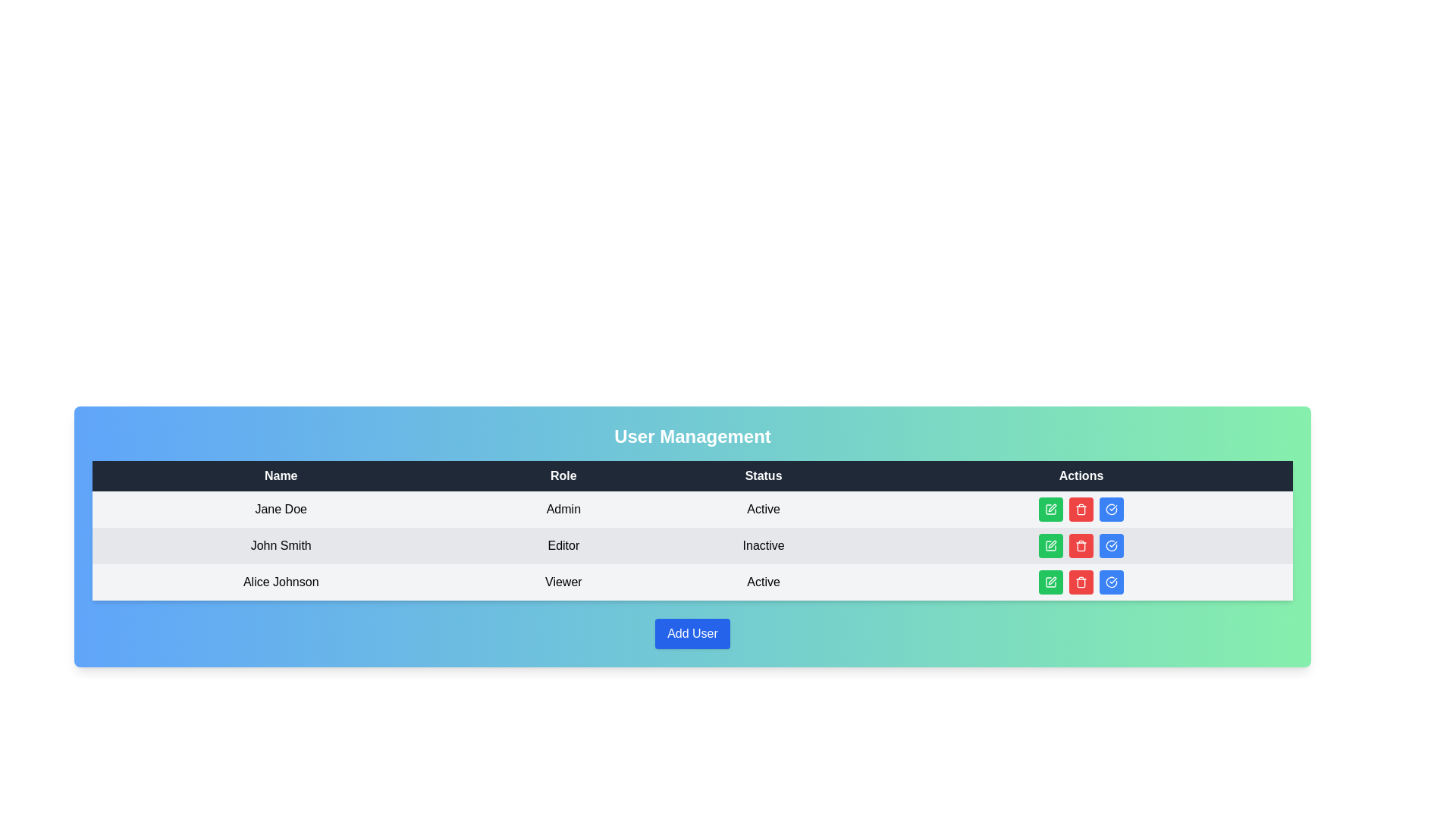 The height and width of the screenshot is (819, 1456). What do you see at coordinates (1080, 510) in the screenshot?
I see `the vertical trash can icon in the 'Actions' column of the third row for user 'Alice Johnson'` at bounding box center [1080, 510].